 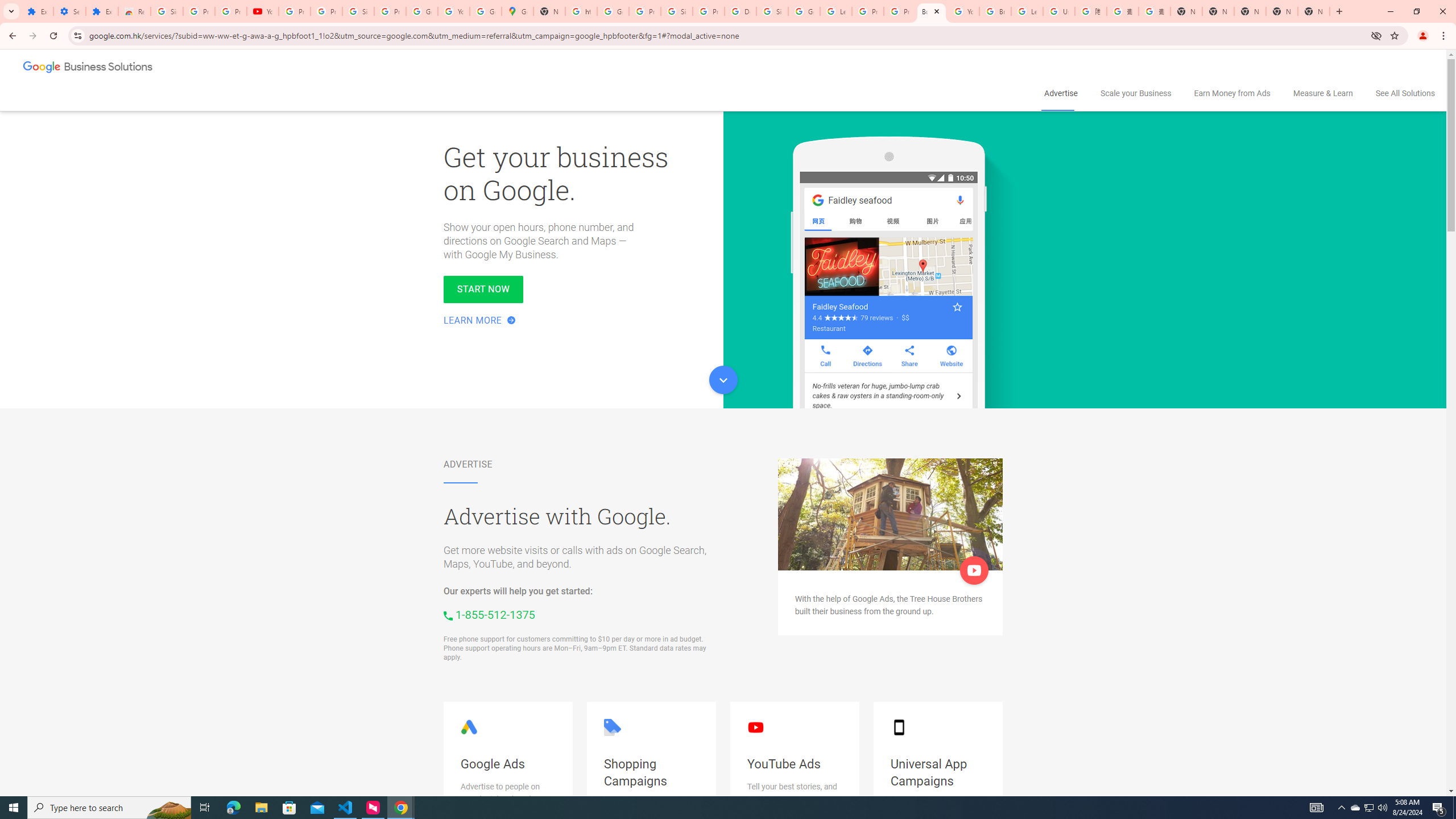 I want to click on 'YouTube logo', so click(x=755, y=727).